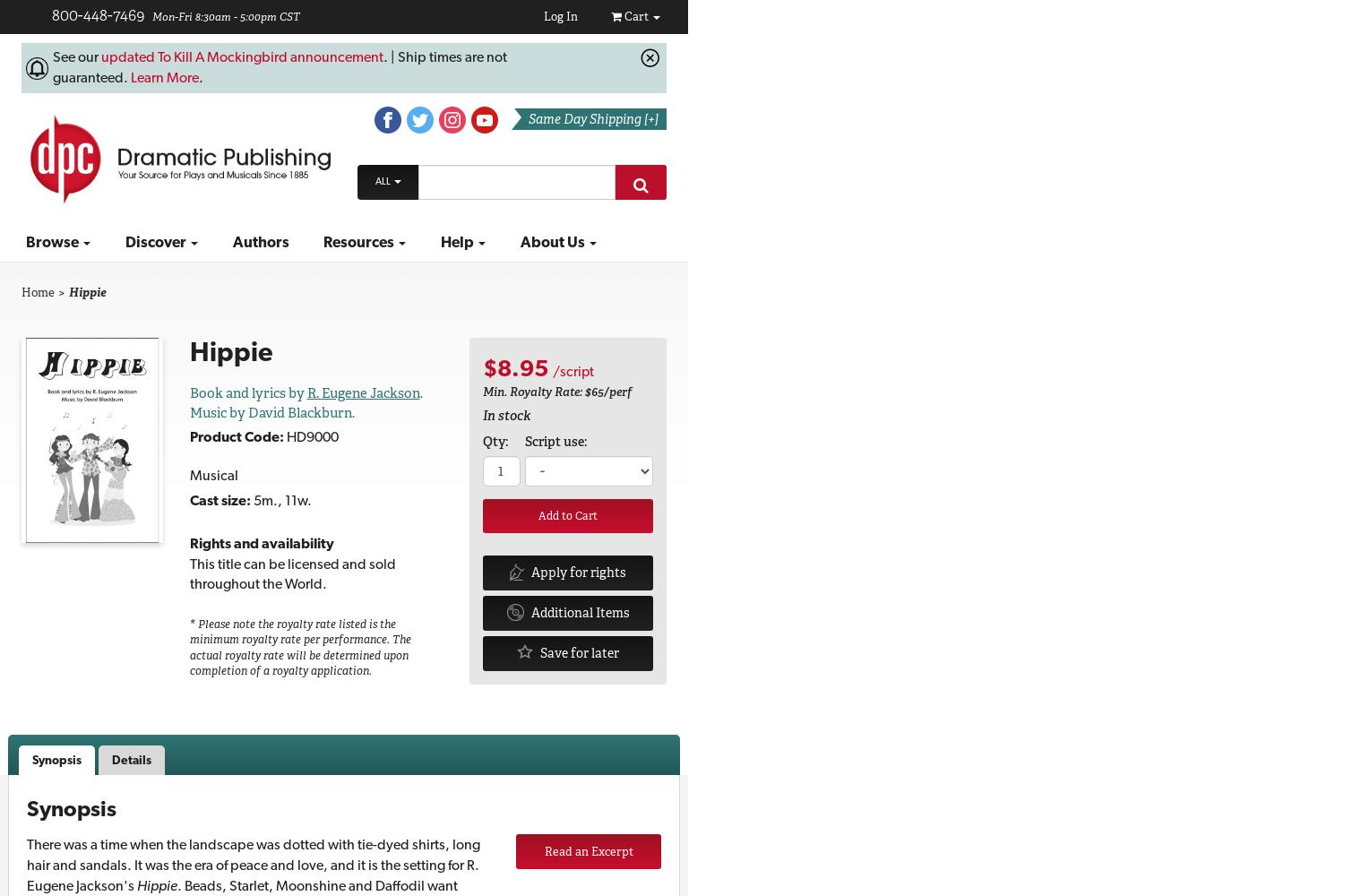 This screenshot has height=896, width=1352. Describe the element at coordinates (529, 118) in the screenshot. I see `'Same Day Shipping [+]'` at that location.